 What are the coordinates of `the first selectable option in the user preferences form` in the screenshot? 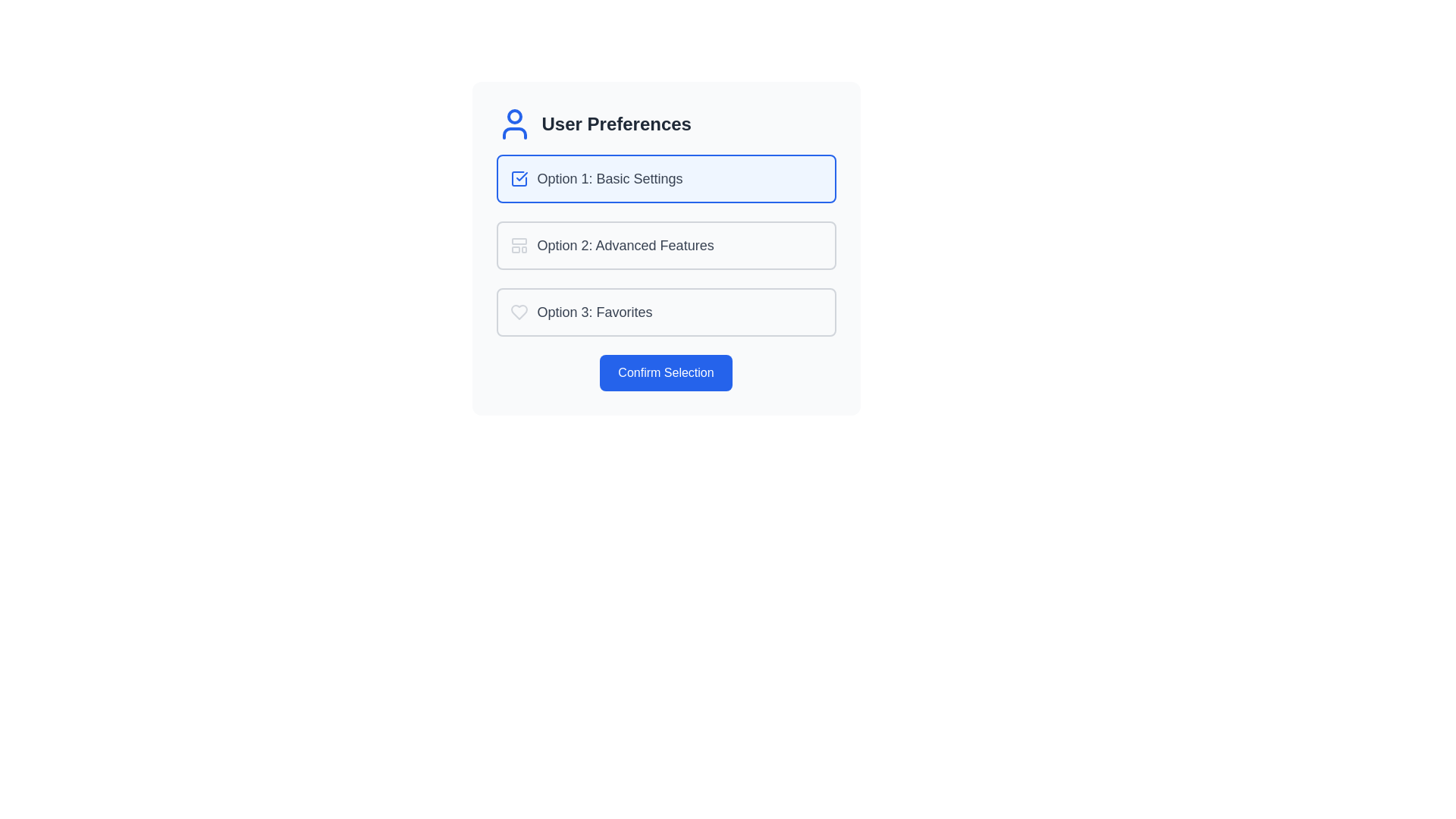 It's located at (666, 177).